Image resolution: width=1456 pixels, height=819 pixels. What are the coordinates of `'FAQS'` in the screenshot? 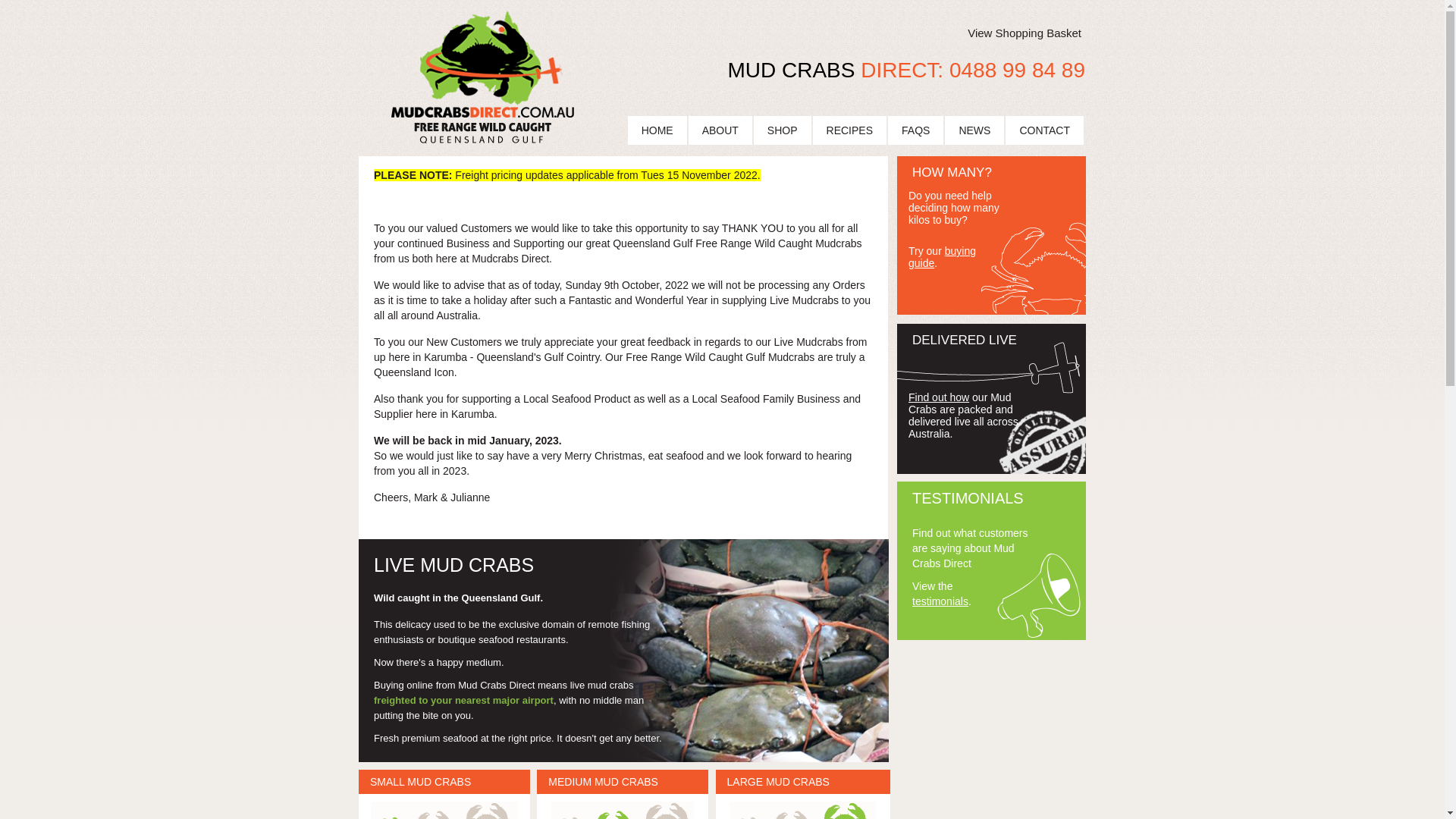 It's located at (888, 130).